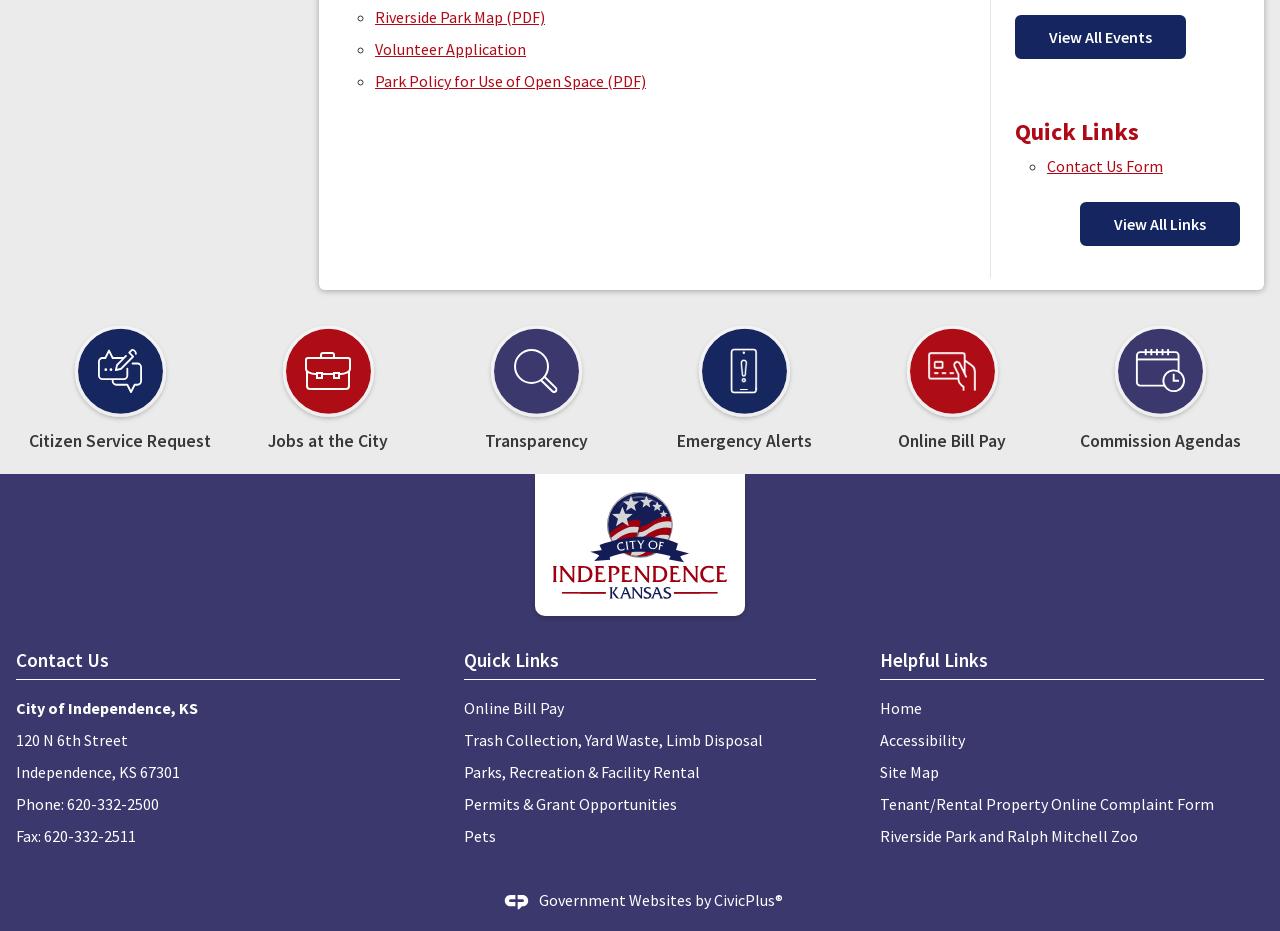 Image resolution: width=1280 pixels, height=931 pixels. Describe the element at coordinates (612, 739) in the screenshot. I see `'Trash Collection, Yard Waste, Limb Disposal'` at that location.